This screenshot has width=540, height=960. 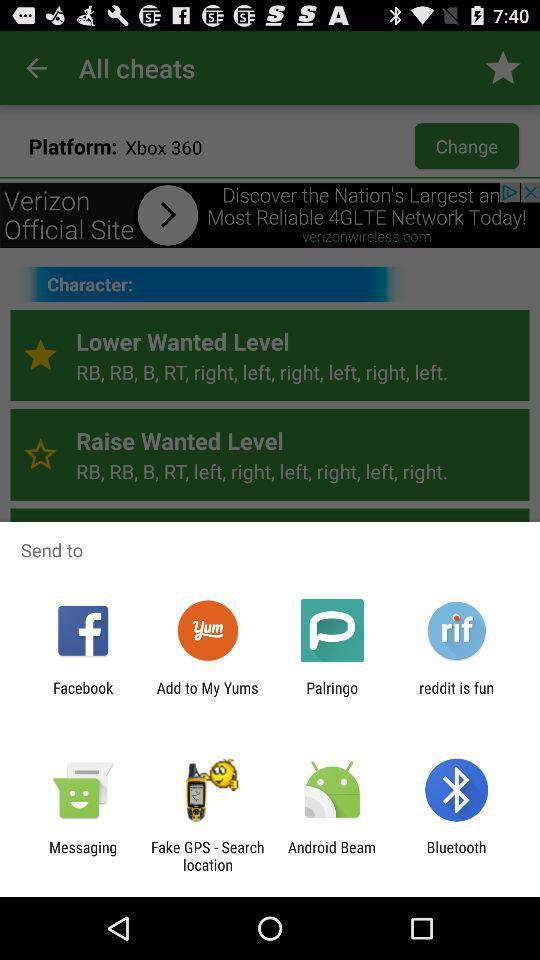 What do you see at coordinates (456, 855) in the screenshot?
I see `app to the right of the android beam` at bounding box center [456, 855].